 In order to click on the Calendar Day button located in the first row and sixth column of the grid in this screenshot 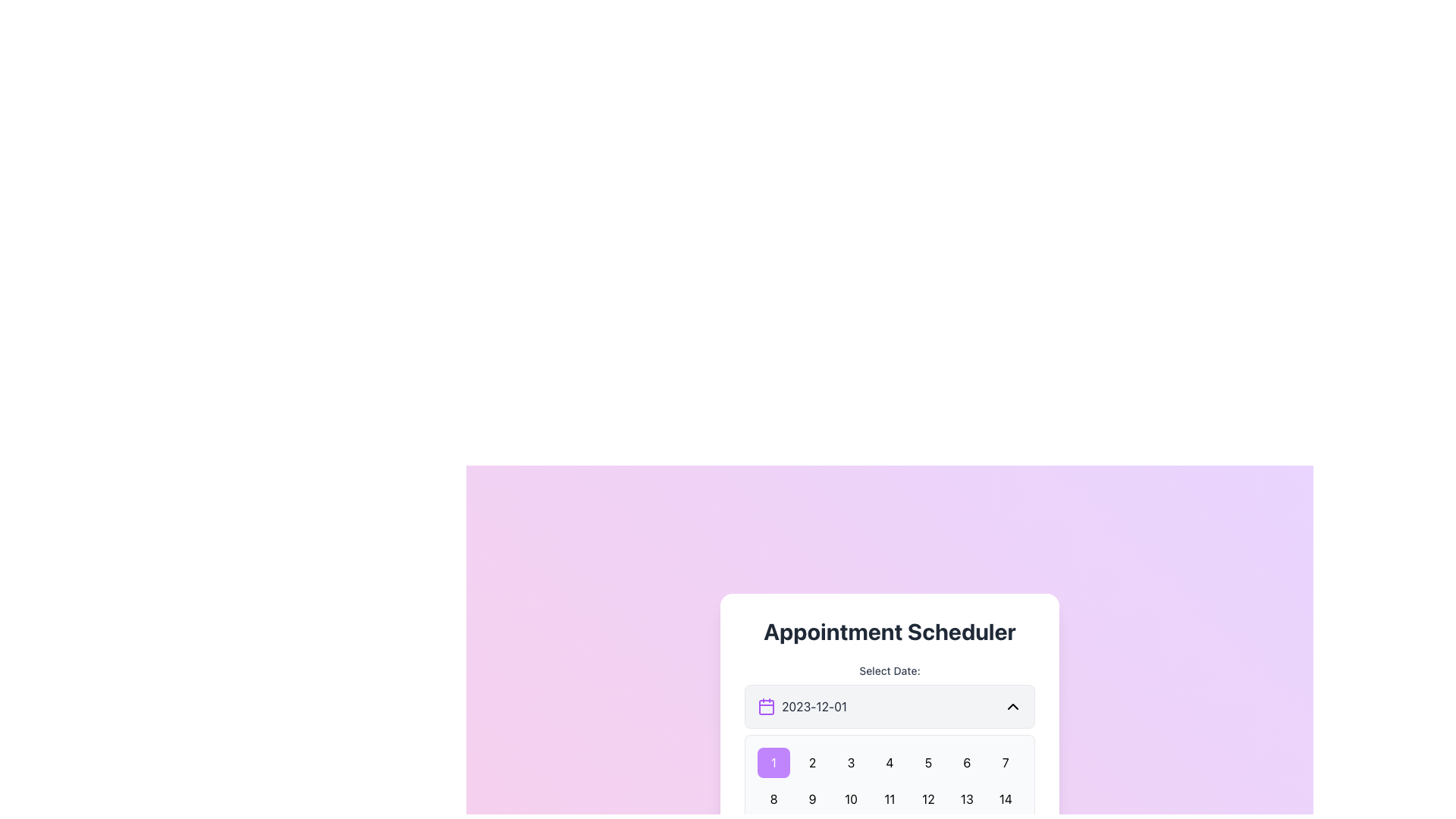, I will do `click(966, 763)`.